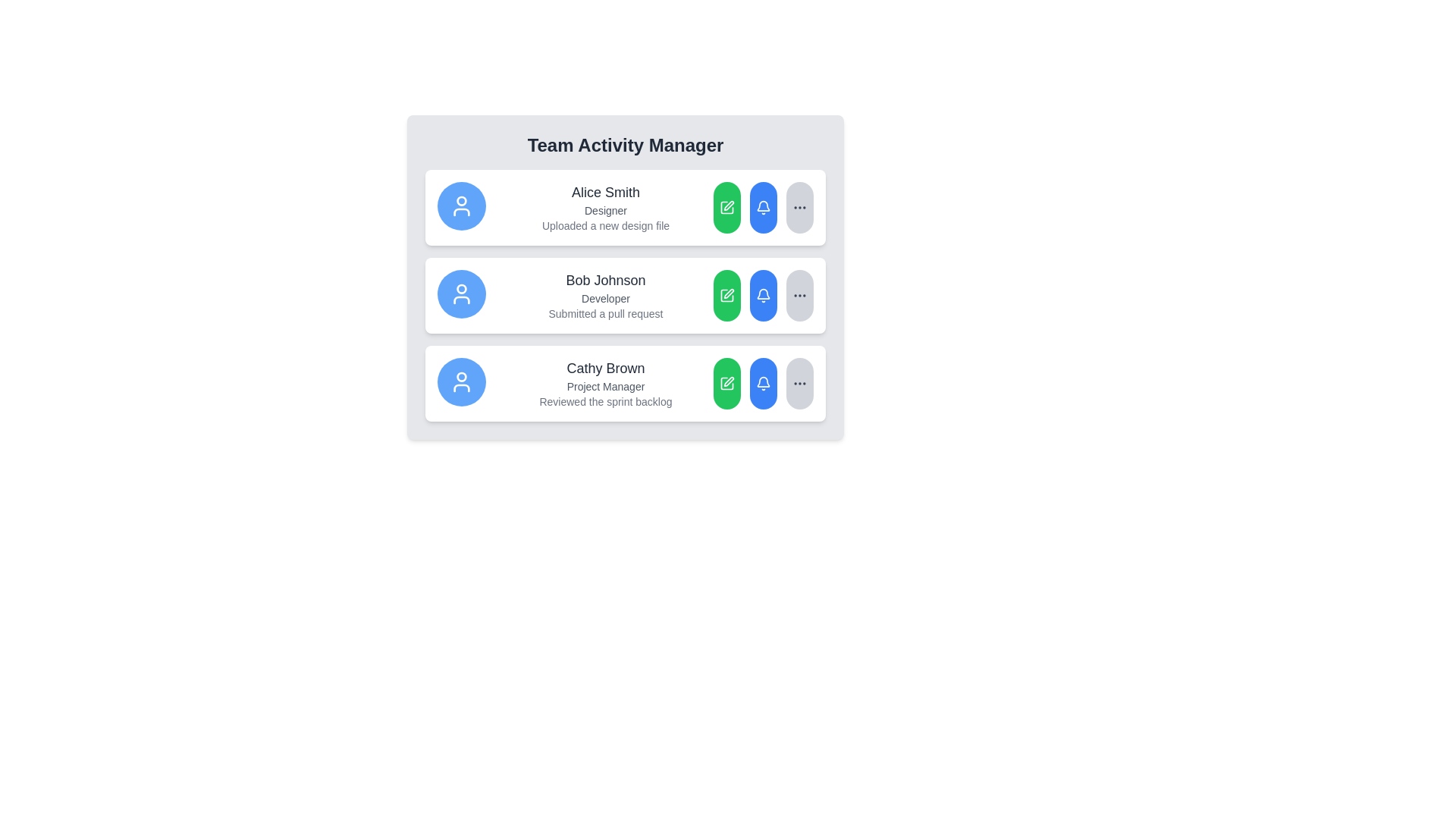 The image size is (1456, 819). What do you see at coordinates (604, 385) in the screenshot?
I see `the text label indicating the professional designation of the individual, located below 'Cathy Brown' and above 'Reviewed the sprint backlog' in the third user entry of the vertical list` at bounding box center [604, 385].